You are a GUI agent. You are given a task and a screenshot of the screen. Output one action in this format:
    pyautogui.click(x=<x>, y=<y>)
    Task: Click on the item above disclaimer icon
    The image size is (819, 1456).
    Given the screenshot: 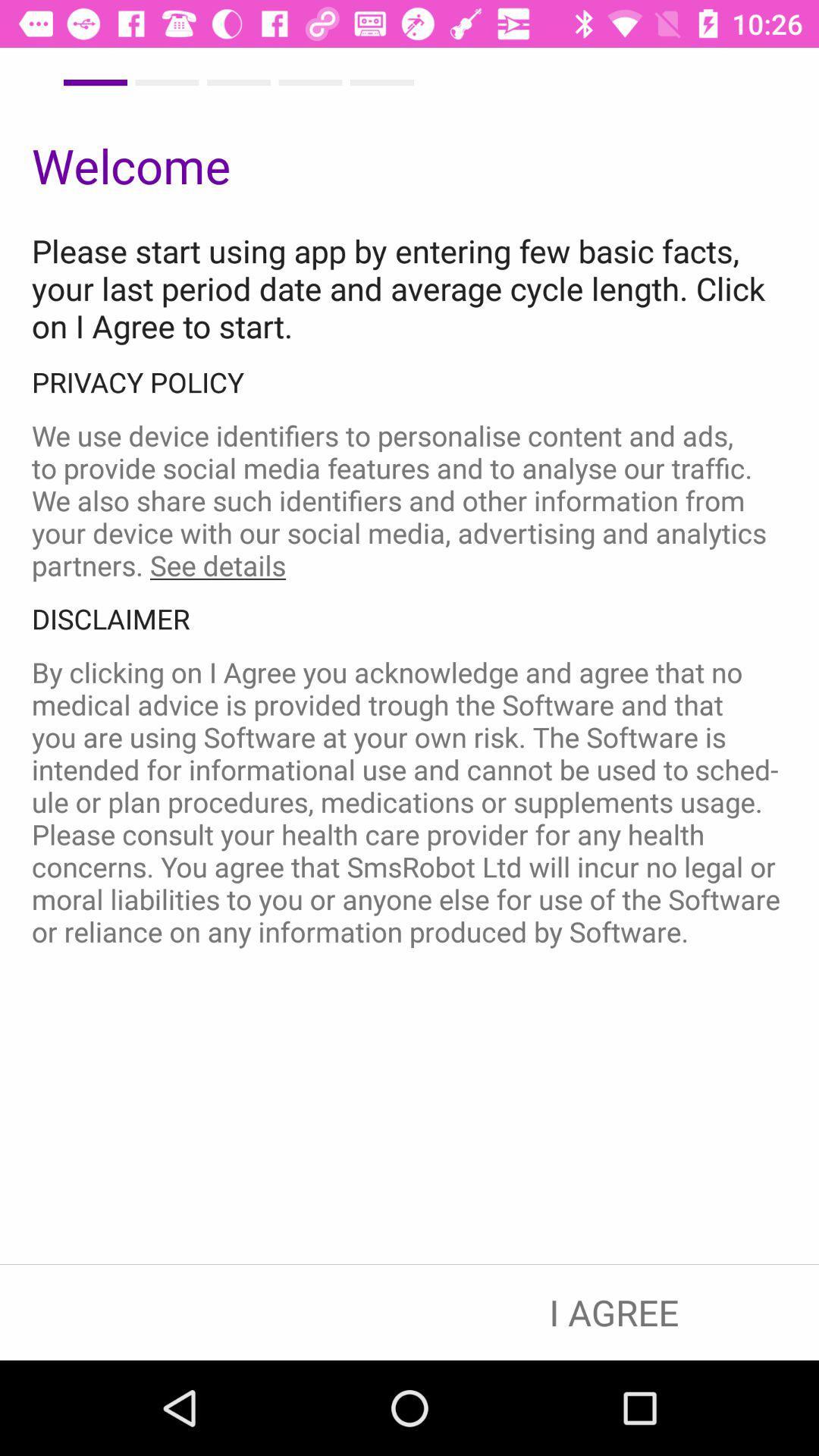 What is the action you would take?
    pyautogui.click(x=409, y=500)
    